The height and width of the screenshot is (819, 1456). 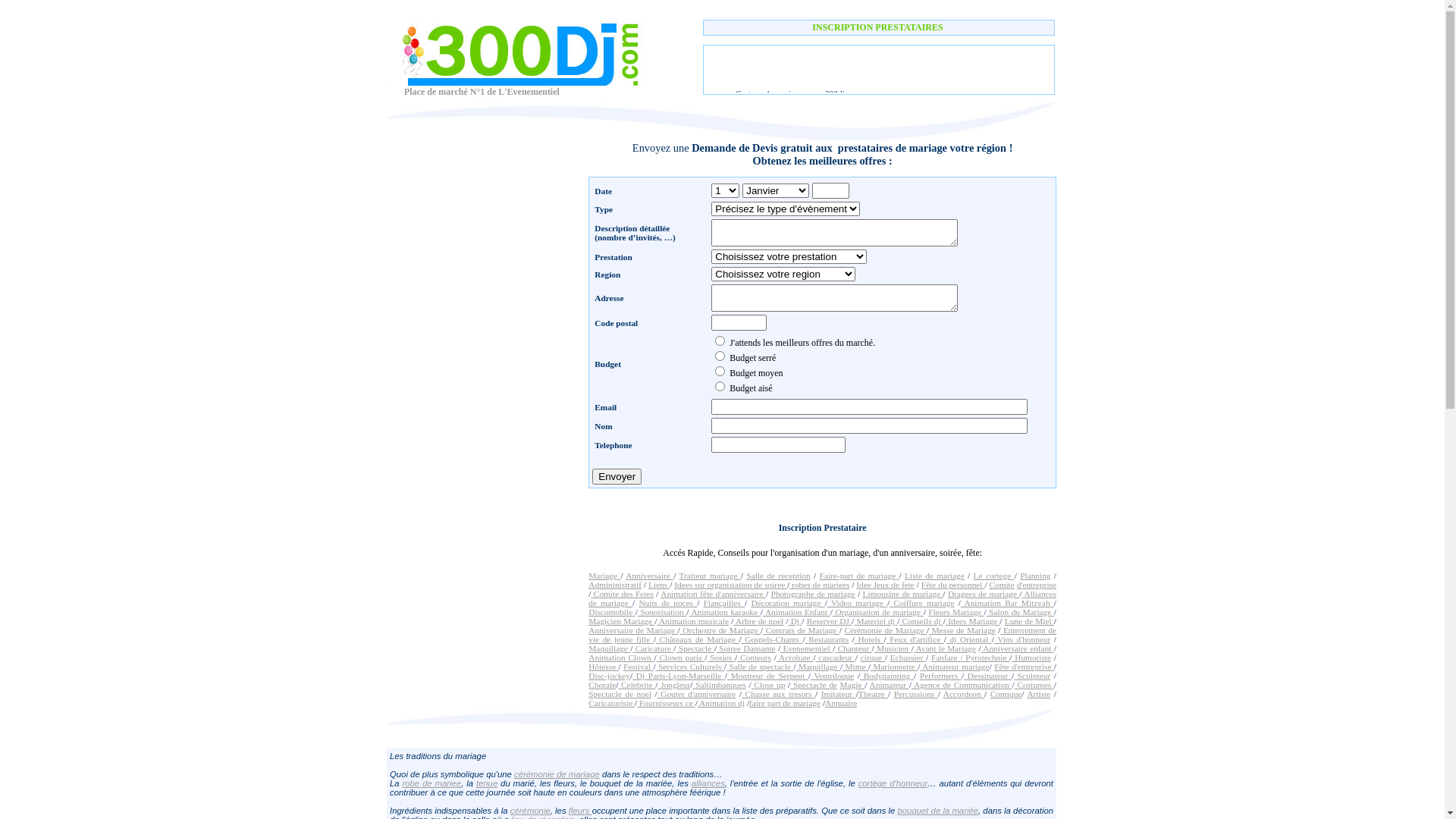 I want to click on 'Comite des Fetes', so click(x=589, y=593).